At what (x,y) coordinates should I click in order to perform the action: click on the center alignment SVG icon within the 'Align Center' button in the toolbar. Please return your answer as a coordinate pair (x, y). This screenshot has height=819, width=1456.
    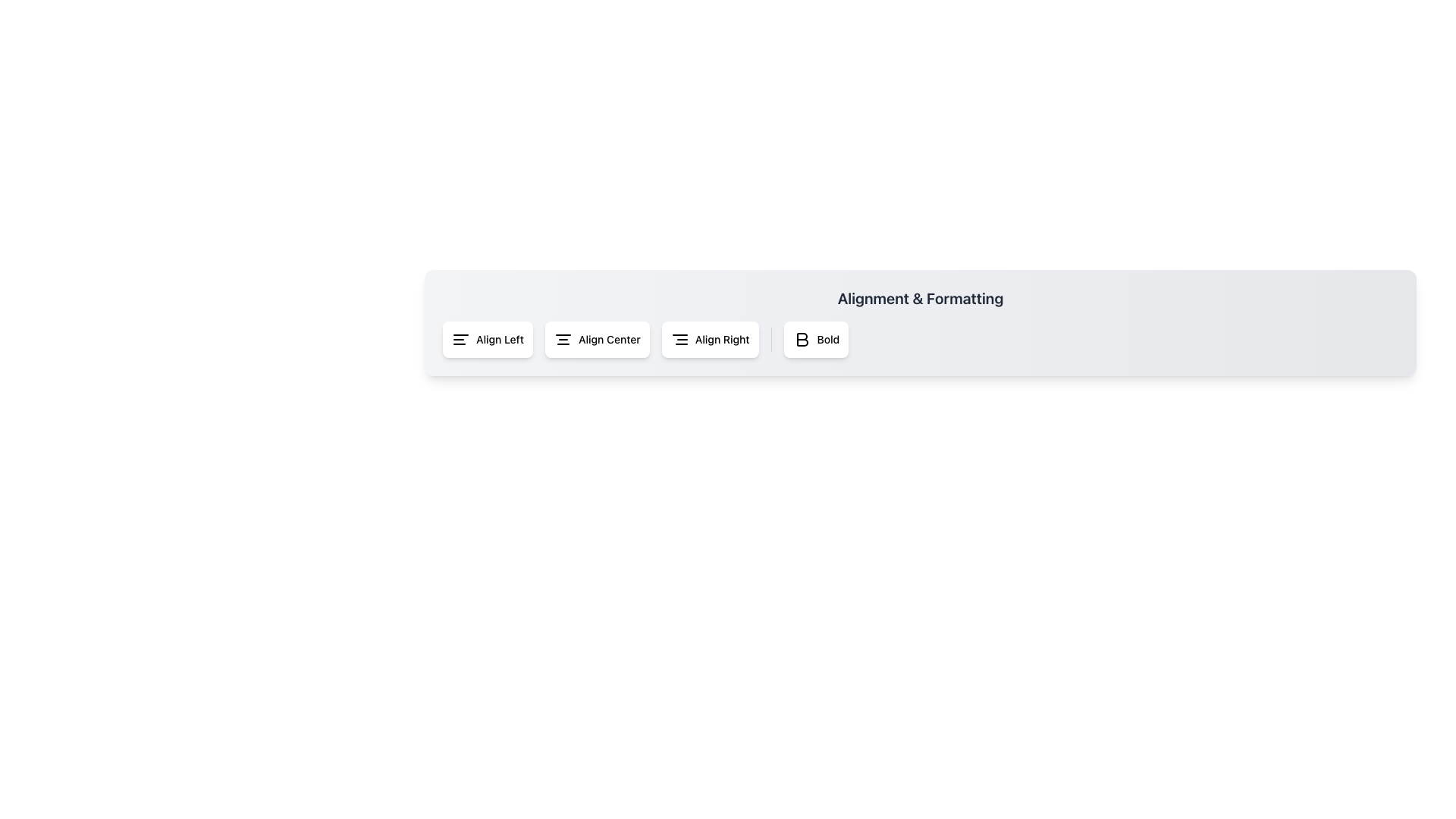
    Looking at the image, I should click on (563, 338).